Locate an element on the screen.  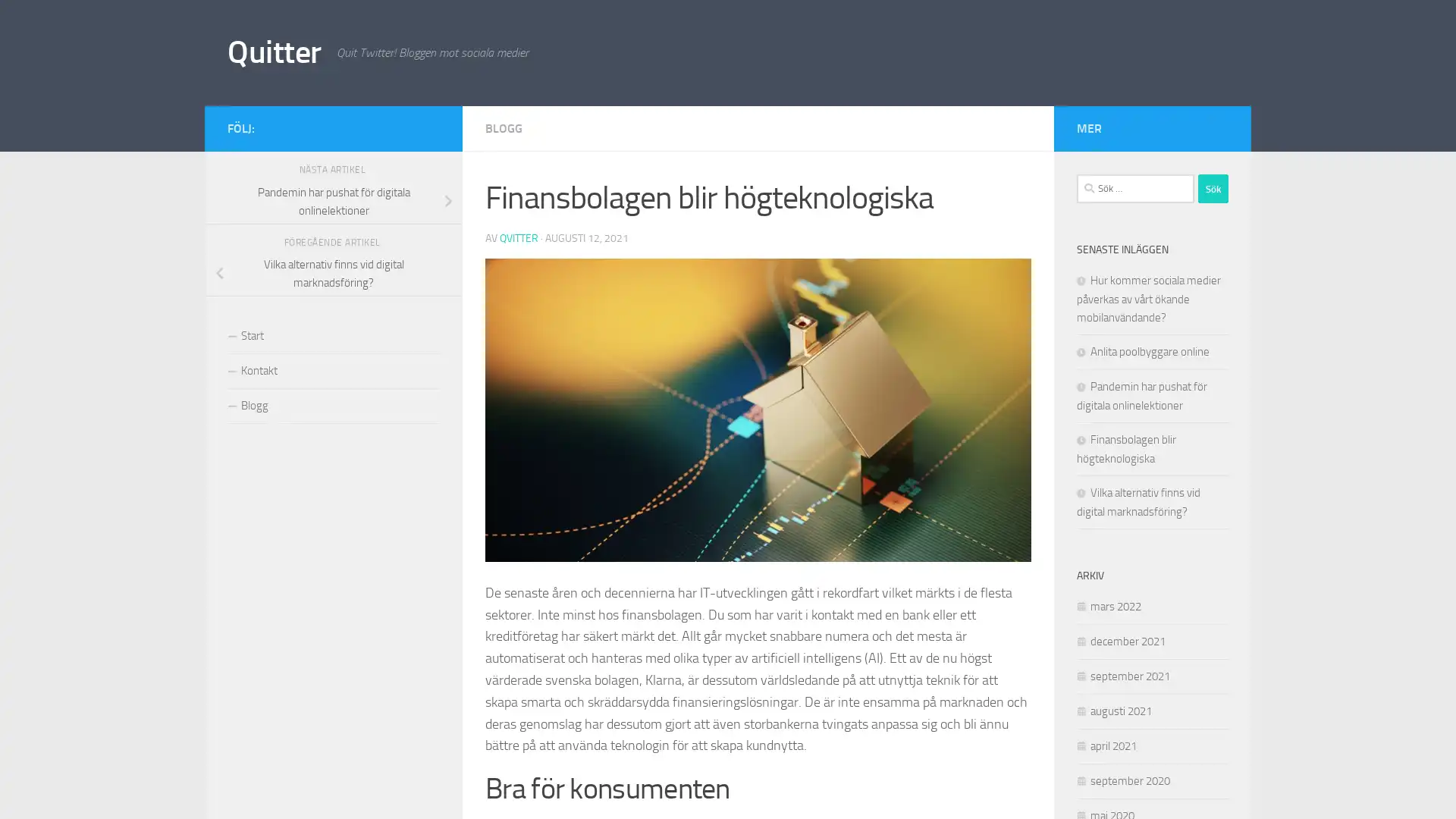
Sok is located at coordinates (1212, 188).